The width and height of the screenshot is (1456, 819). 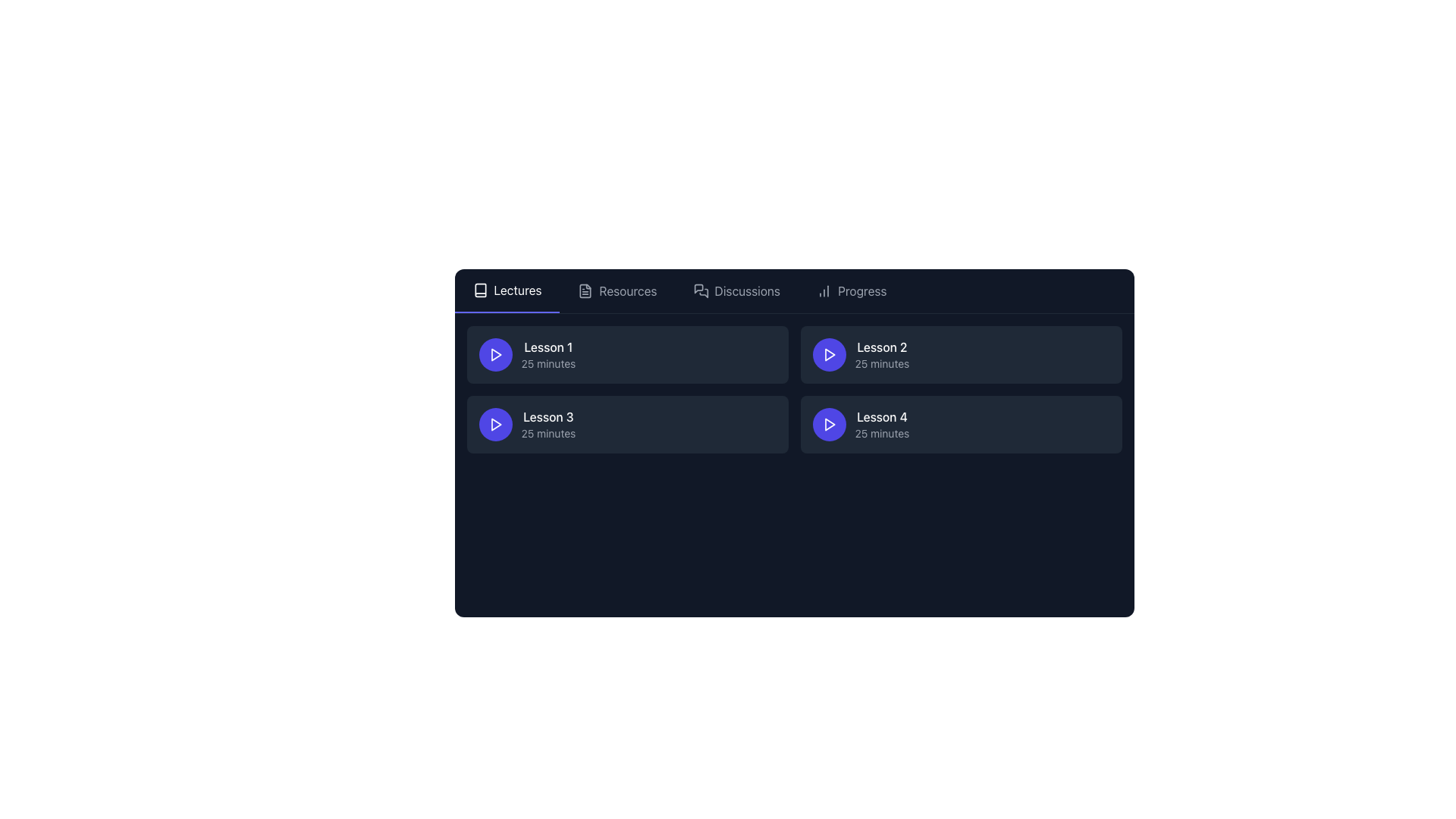 I want to click on the Text label displaying 'Lesson 3' and '25 minutes' which is located in the bottom-left card of a grid layout, so click(x=548, y=424).